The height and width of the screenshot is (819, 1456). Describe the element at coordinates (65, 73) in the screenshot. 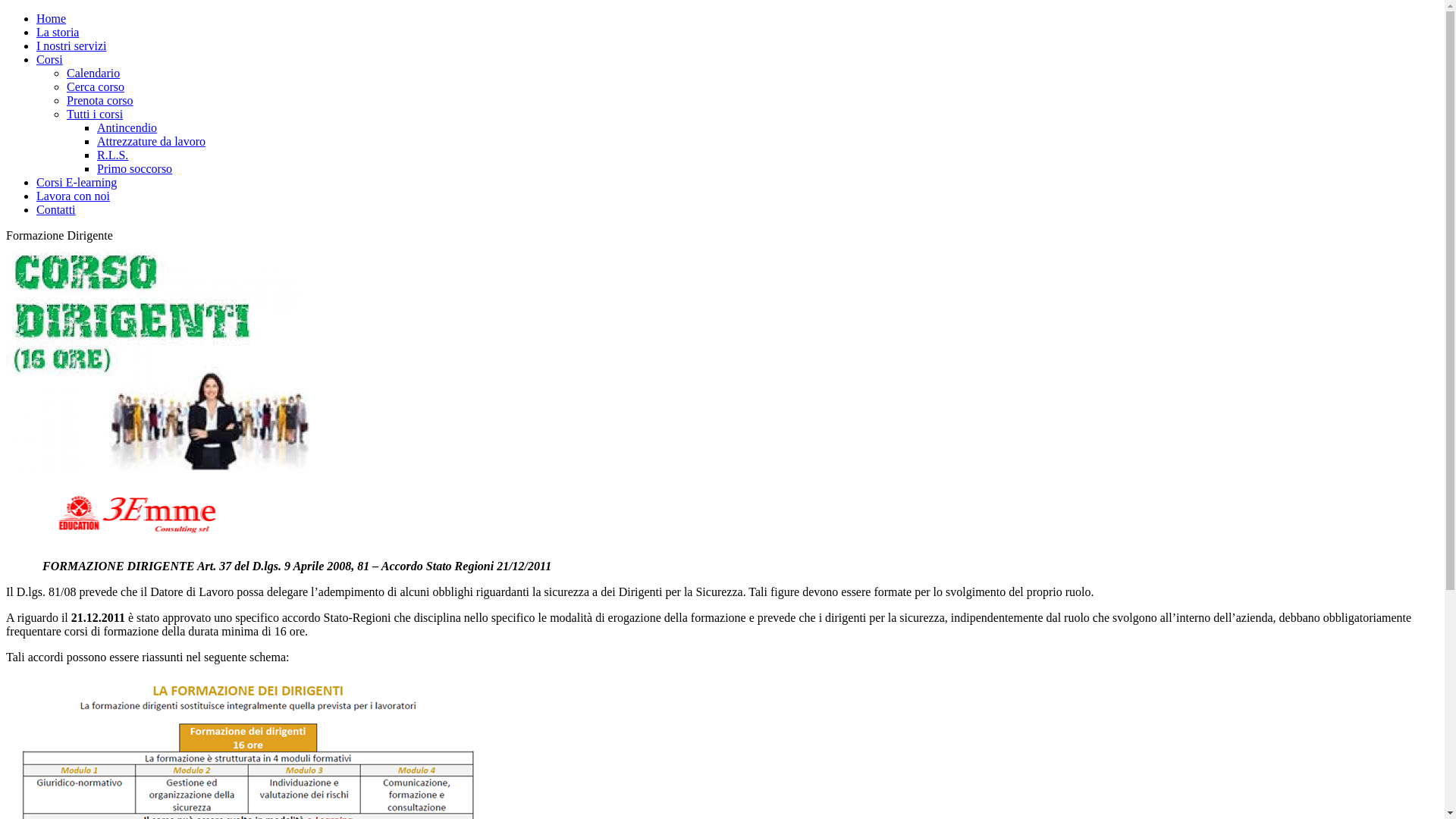

I see `'Calendario'` at that location.